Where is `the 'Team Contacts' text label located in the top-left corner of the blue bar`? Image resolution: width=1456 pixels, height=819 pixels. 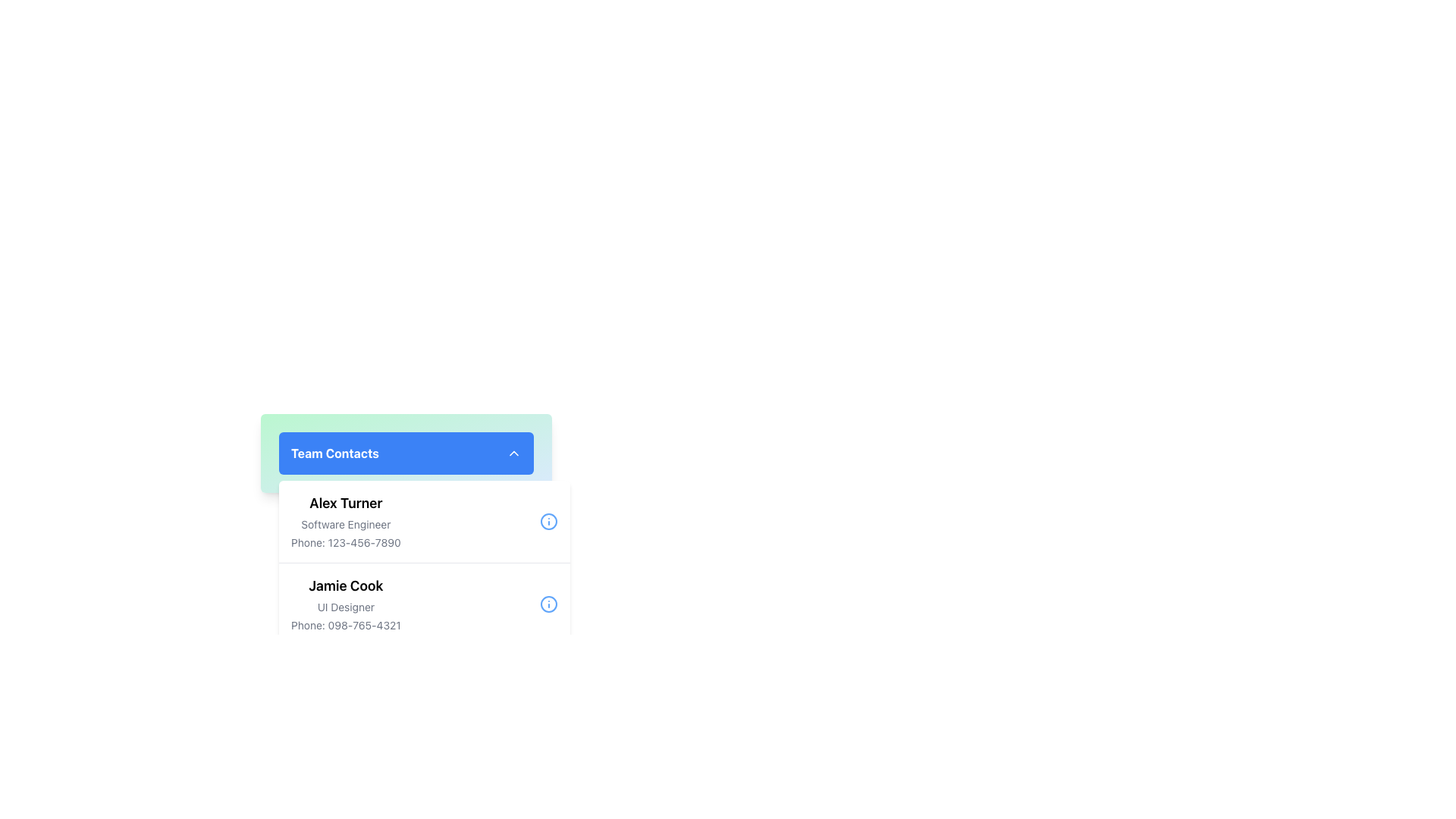
the 'Team Contacts' text label located in the top-left corner of the blue bar is located at coordinates (334, 452).